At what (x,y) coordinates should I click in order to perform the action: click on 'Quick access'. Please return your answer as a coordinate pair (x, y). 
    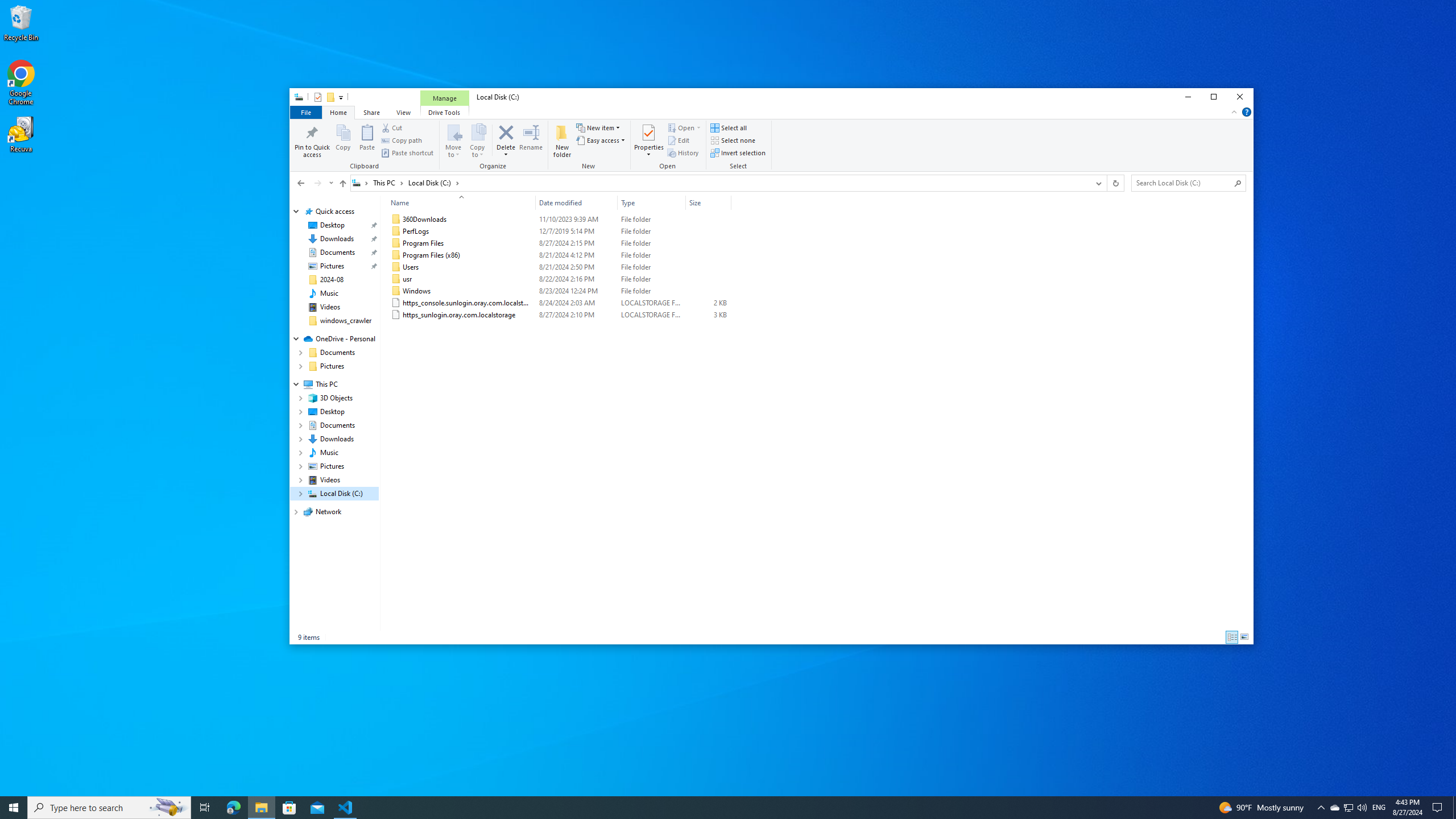
    Looking at the image, I should click on (334, 211).